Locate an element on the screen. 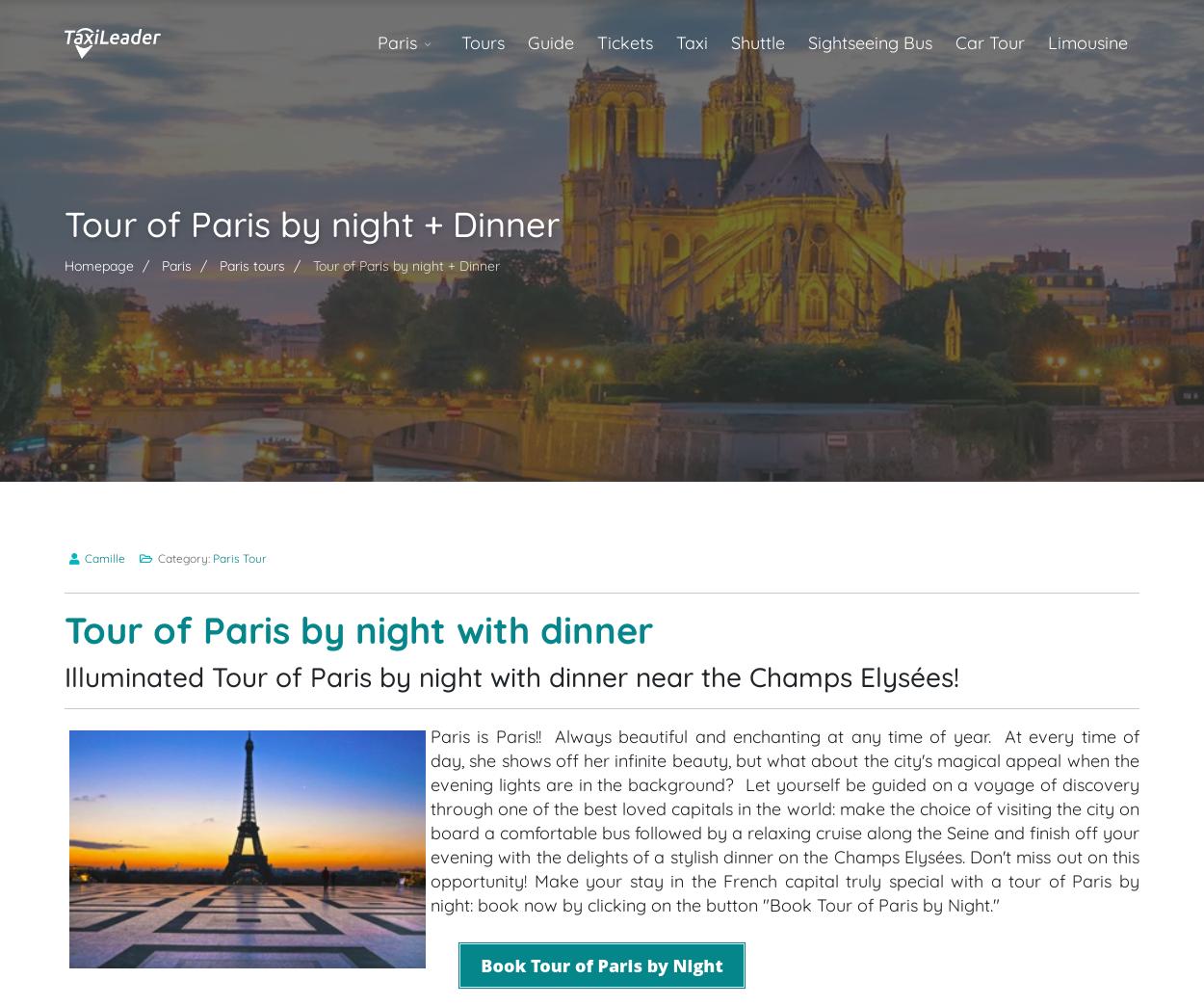 This screenshot has width=1204, height=1006. 'Entry tickets with the option to "Skip the Queue" for the cruise along the Seine;' is located at coordinates (90, 871).